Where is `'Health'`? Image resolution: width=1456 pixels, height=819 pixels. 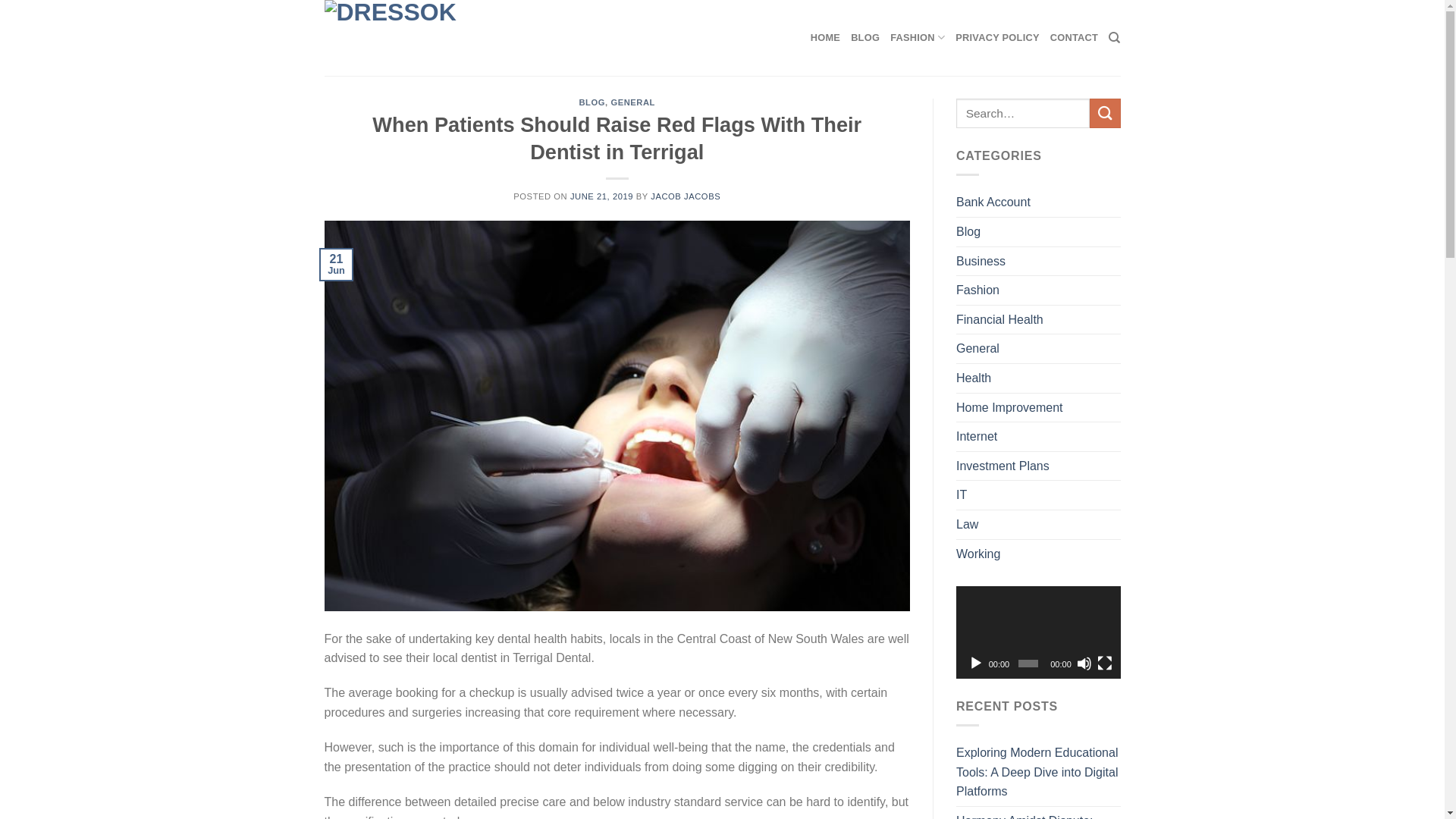
'Health' is located at coordinates (973, 377).